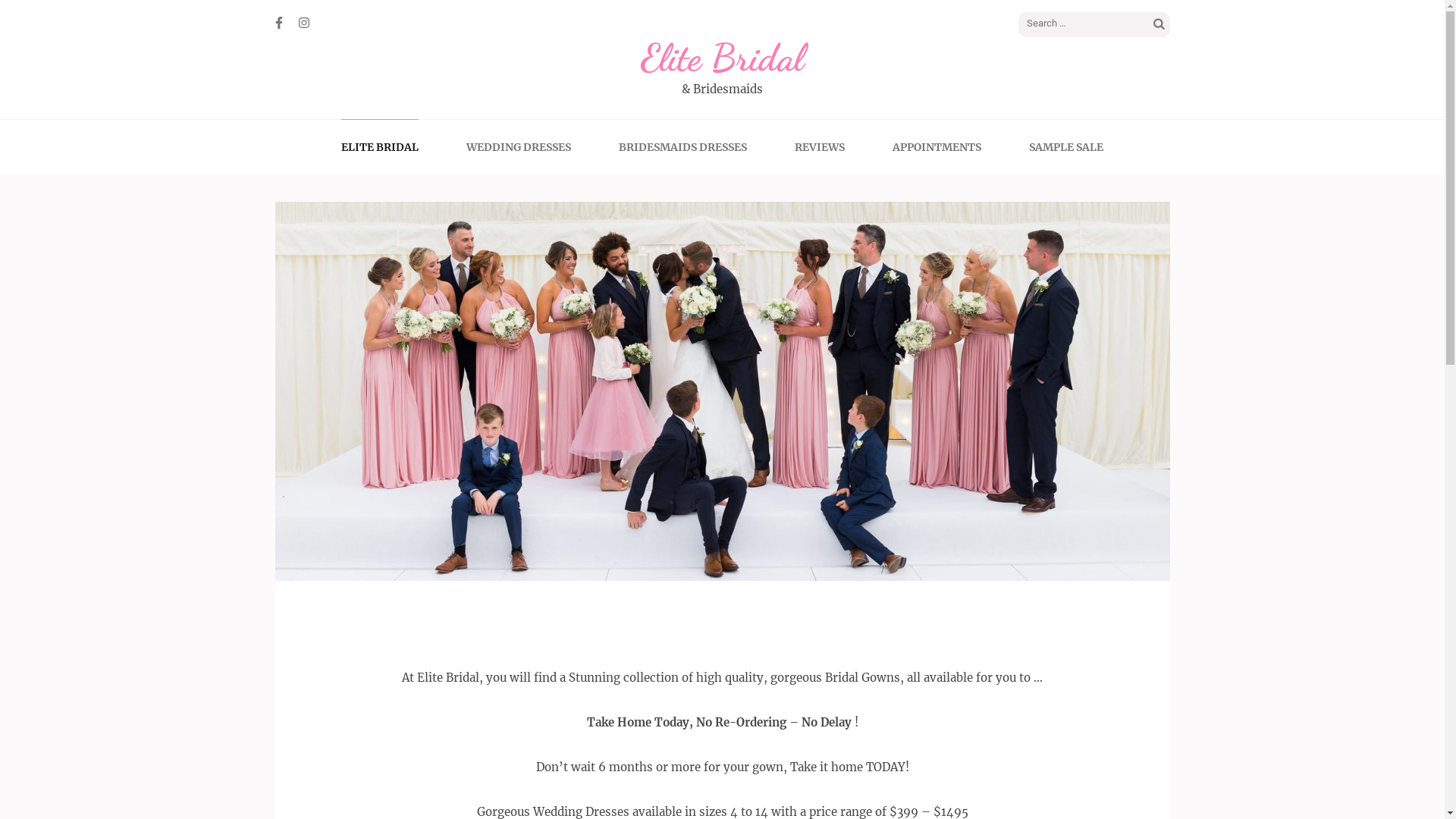 The height and width of the screenshot is (819, 1456). I want to click on 'REVIEWS', so click(818, 146).